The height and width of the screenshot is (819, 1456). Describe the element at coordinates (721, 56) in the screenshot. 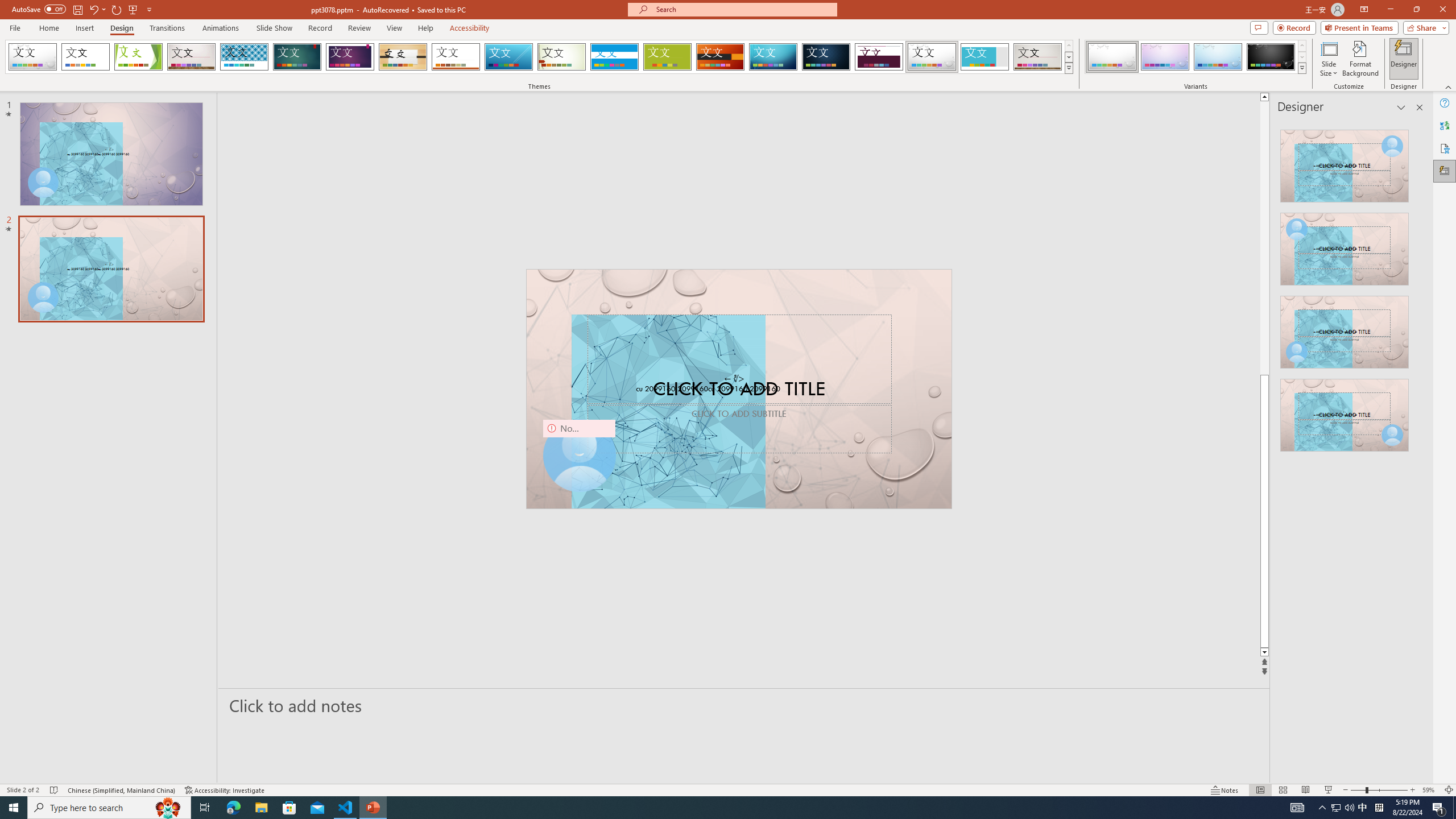

I see `'Berlin'` at that location.